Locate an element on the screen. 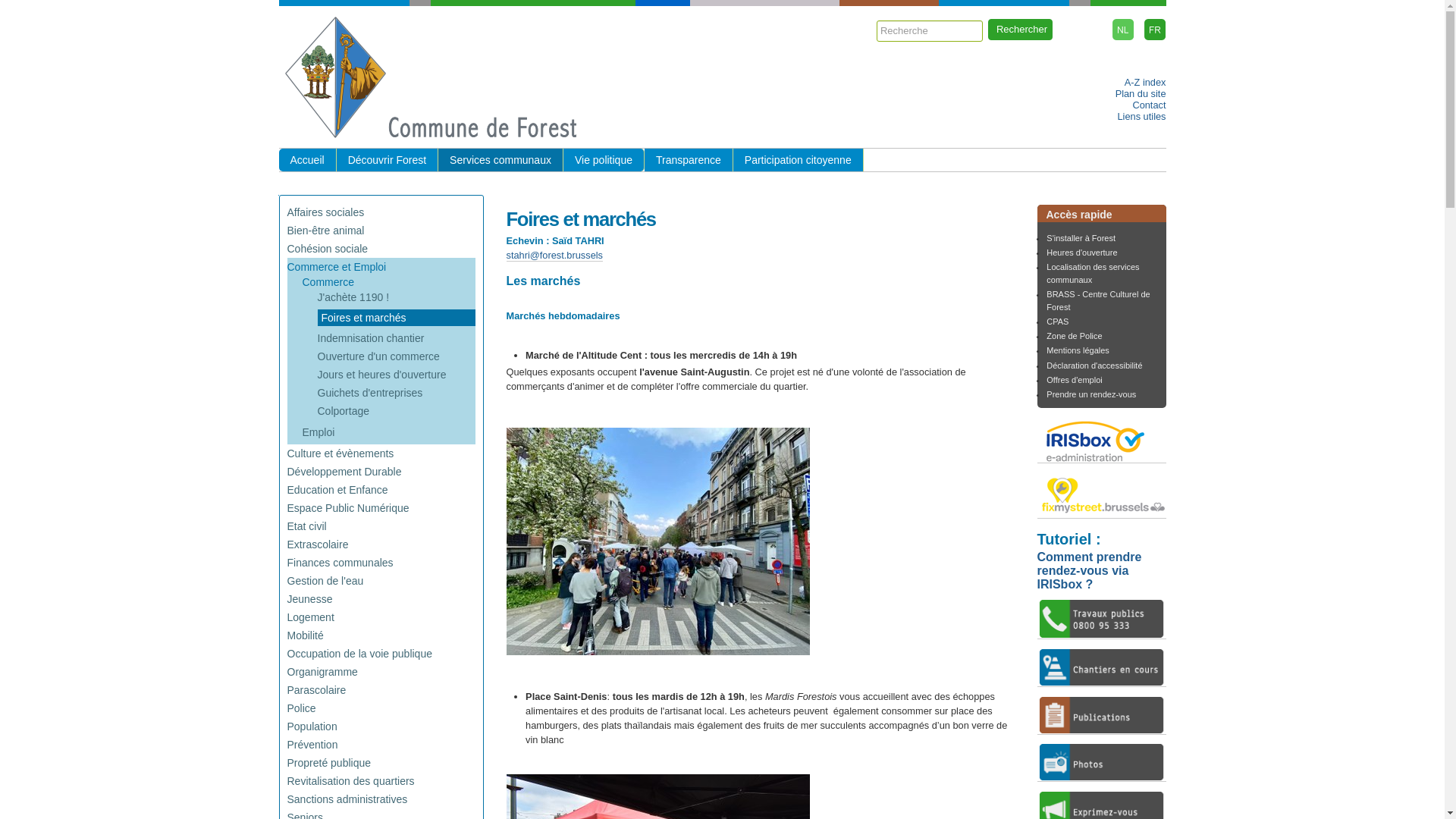 This screenshot has width=1456, height=819. 'Nederlands' is located at coordinates (1123, 29).